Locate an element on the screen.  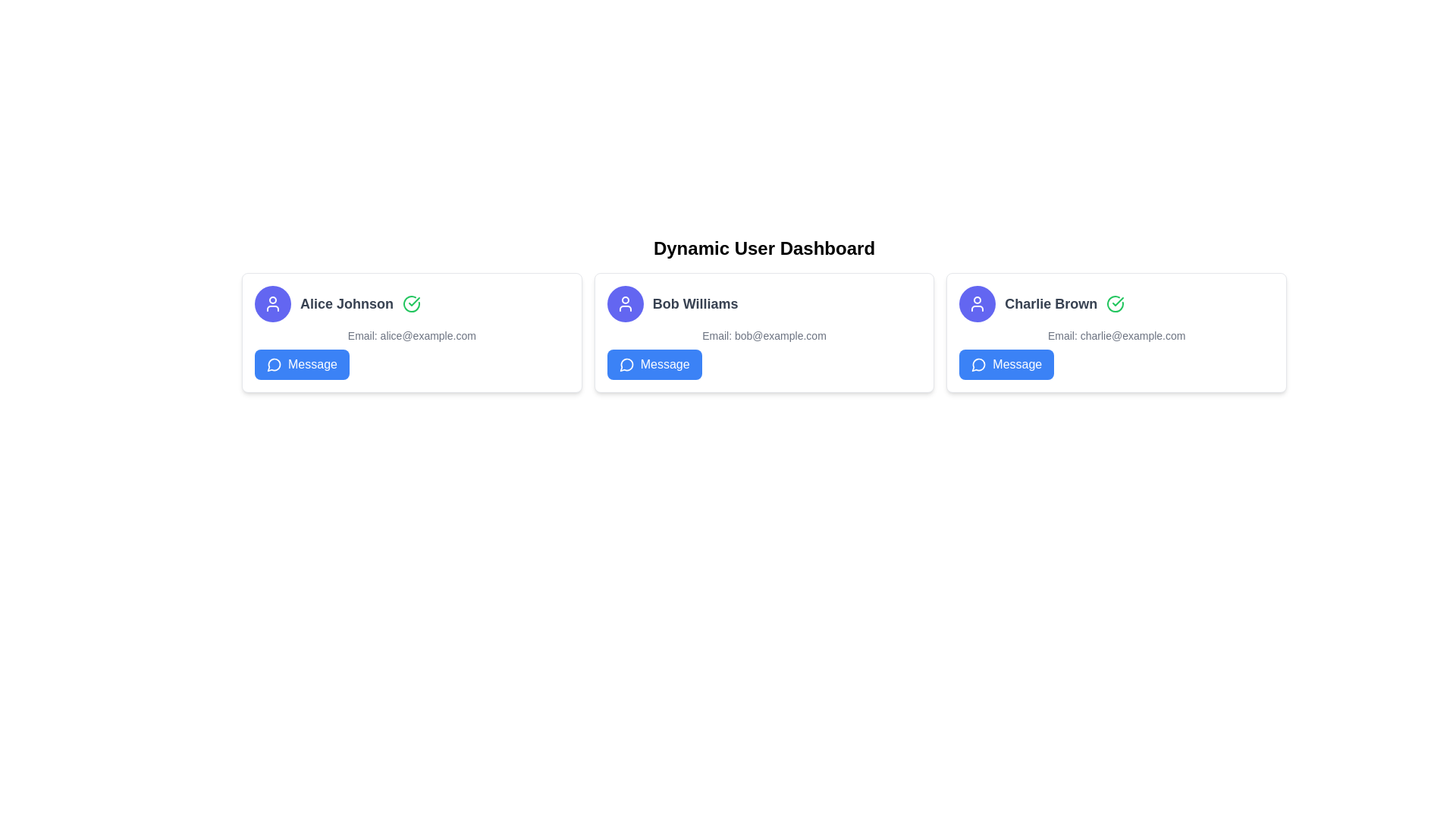
the card displaying 'Bob Williams' with an avatar icon and a blue 'Message' button at the bottom is located at coordinates (764, 332).